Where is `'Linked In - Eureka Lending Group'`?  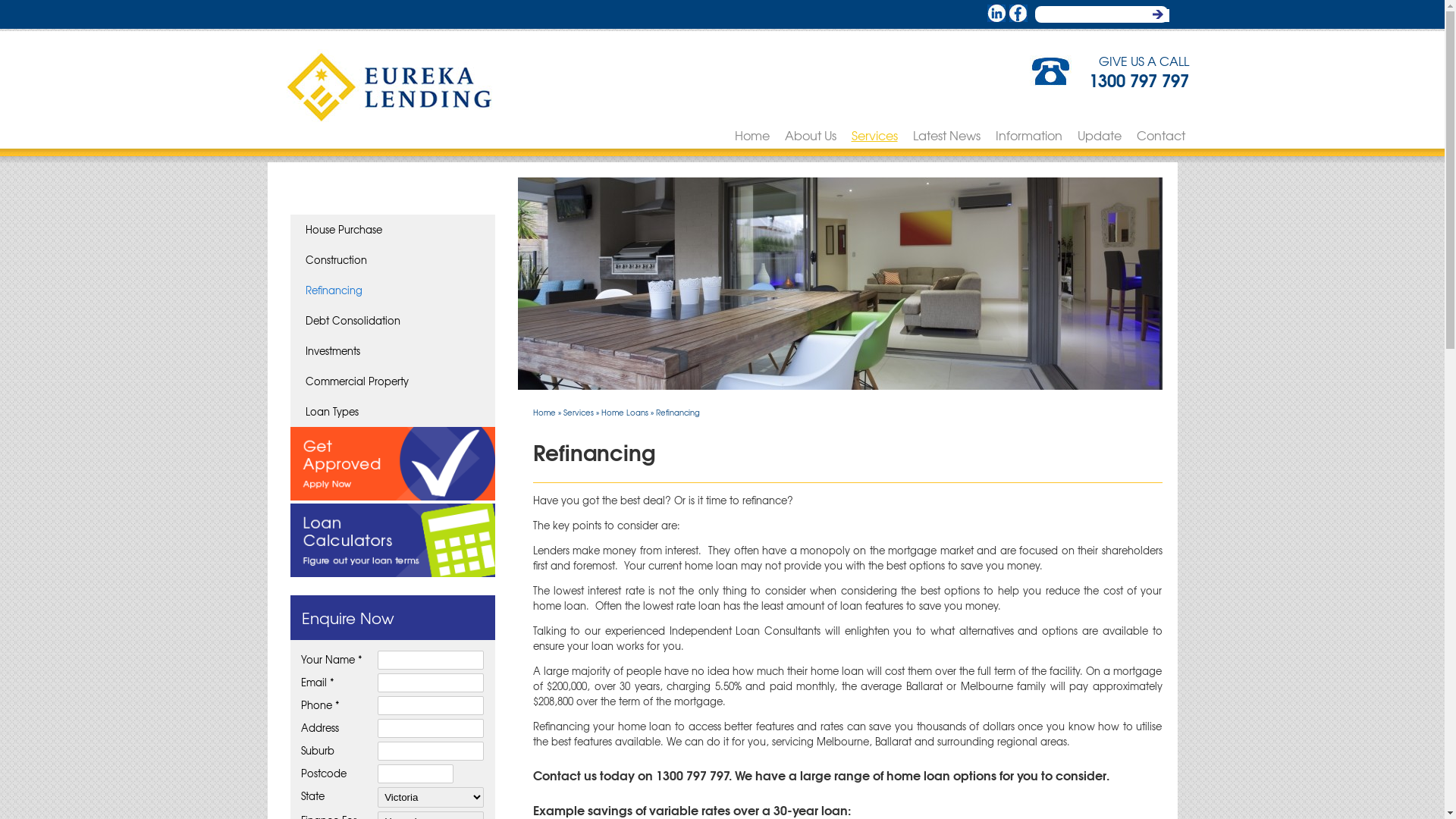 'Linked In - Eureka Lending Group' is located at coordinates (996, 13).